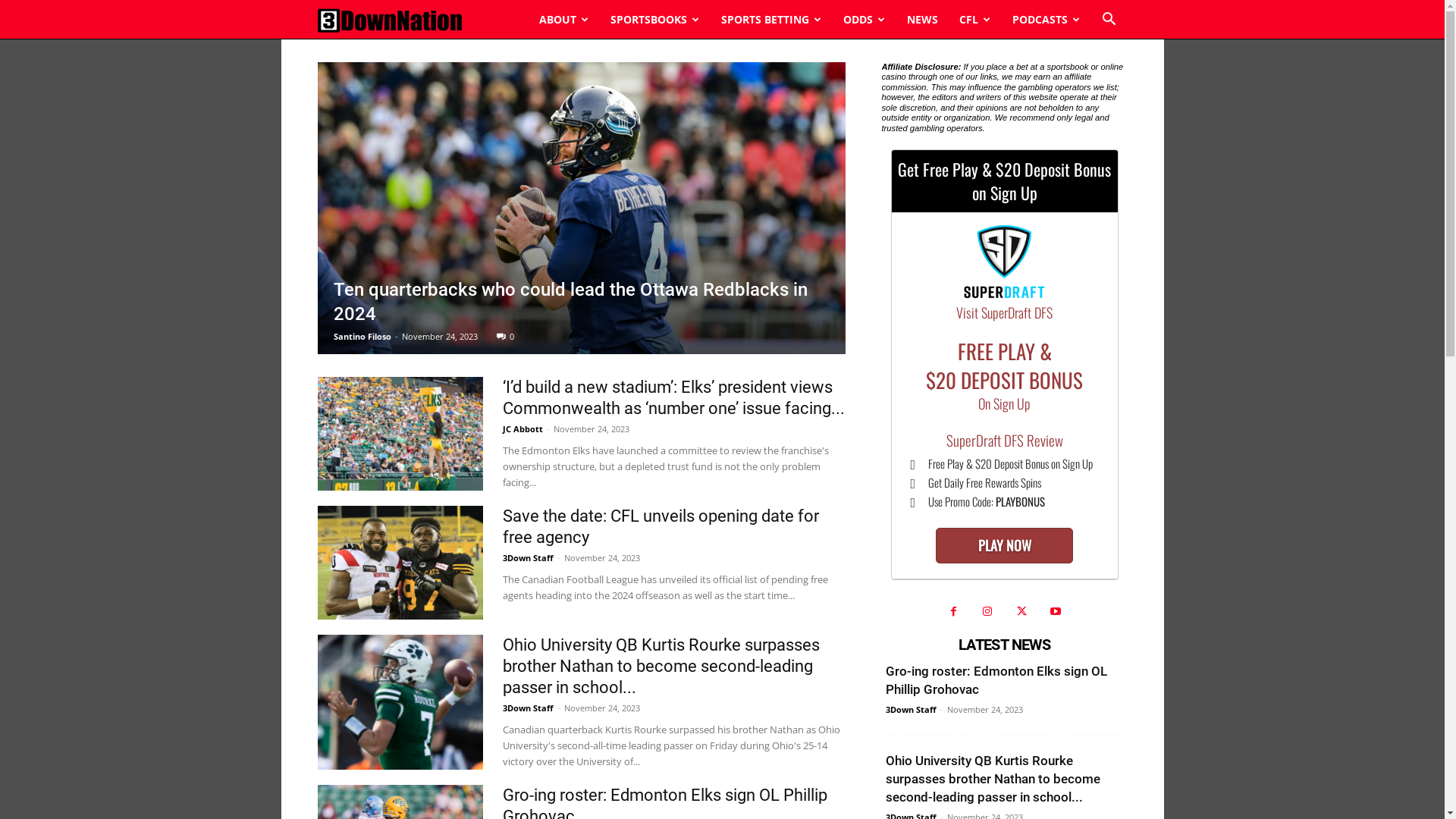 Image resolution: width=1456 pixels, height=819 pixels. I want to click on 'JC Abbott', so click(522, 428).